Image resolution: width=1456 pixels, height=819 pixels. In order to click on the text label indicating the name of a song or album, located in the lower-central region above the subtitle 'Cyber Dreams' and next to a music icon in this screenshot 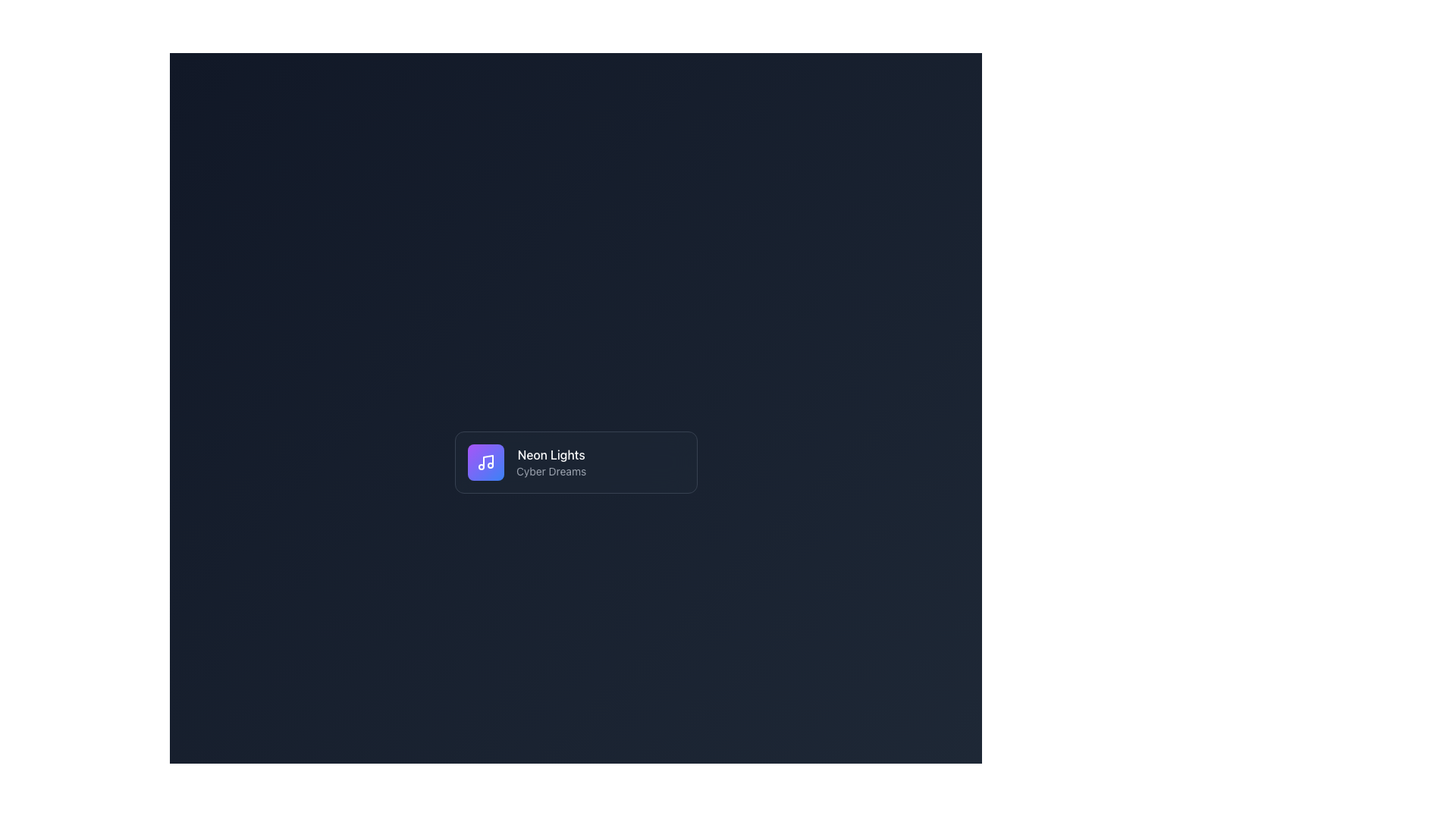, I will do `click(550, 454)`.